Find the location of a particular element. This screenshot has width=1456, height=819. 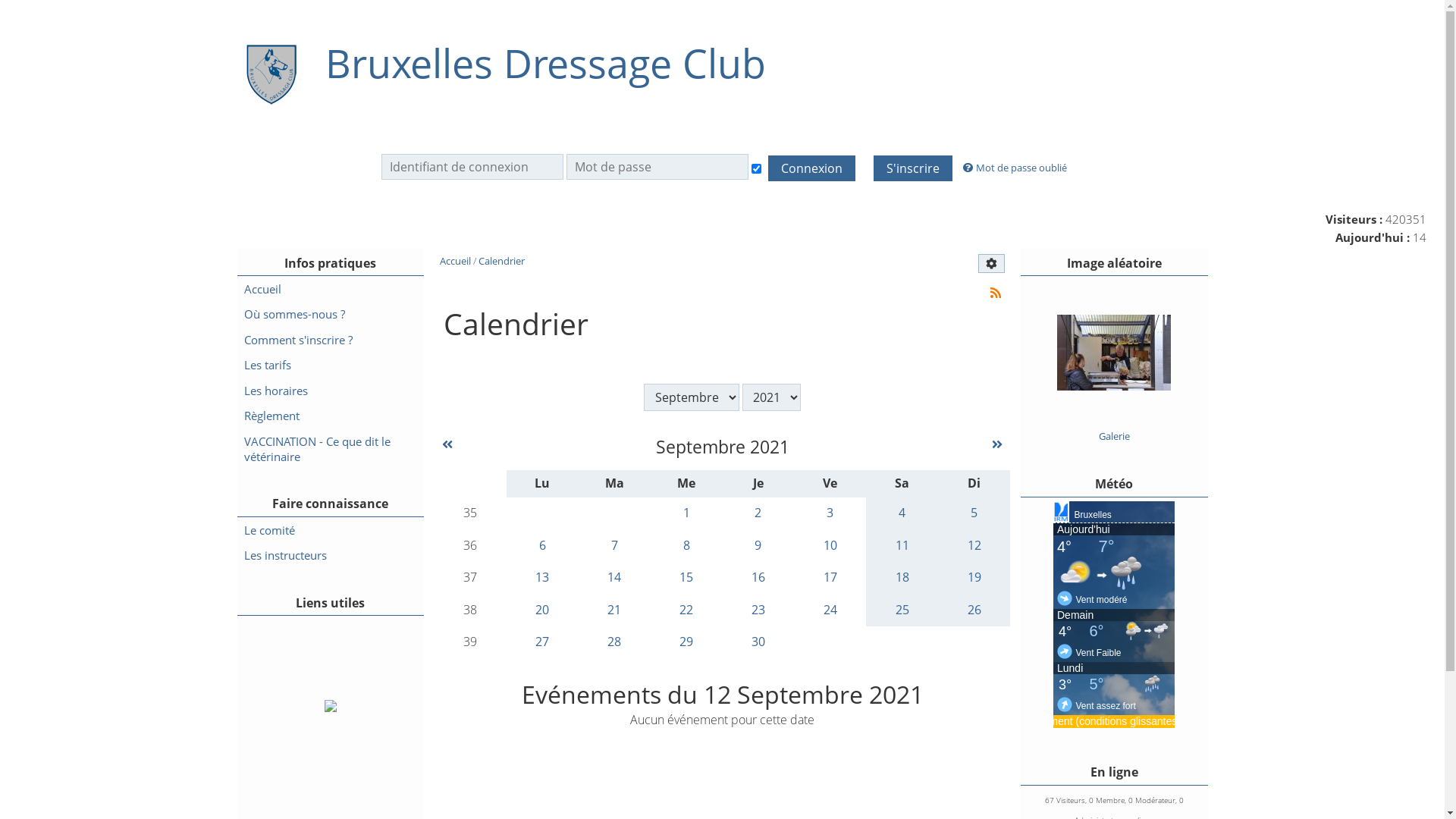

'Accueil' is located at coordinates (439, 259).